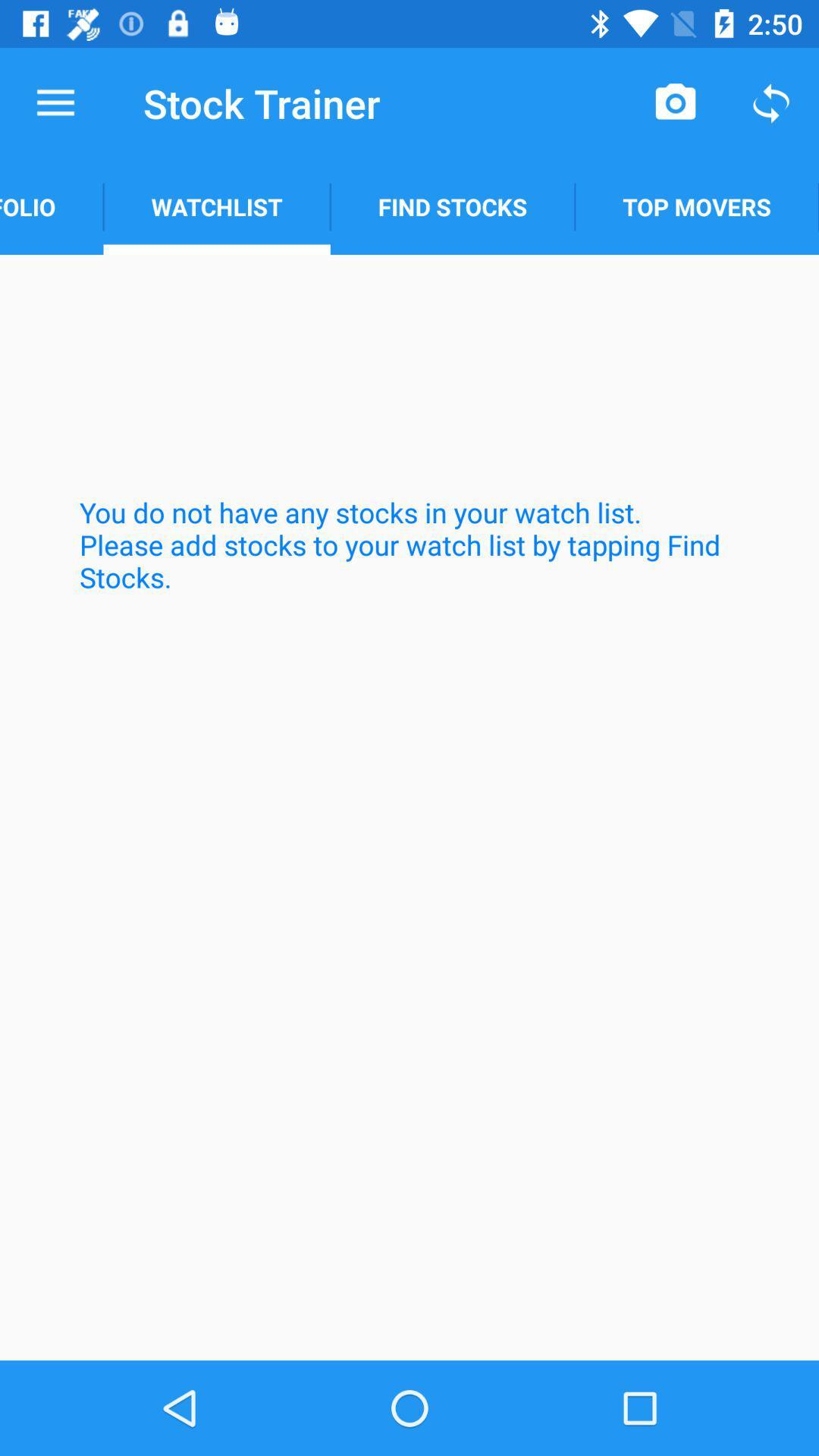 This screenshot has width=819, height=1456. I want to click on item next to watchlist app, so click(51, 206).